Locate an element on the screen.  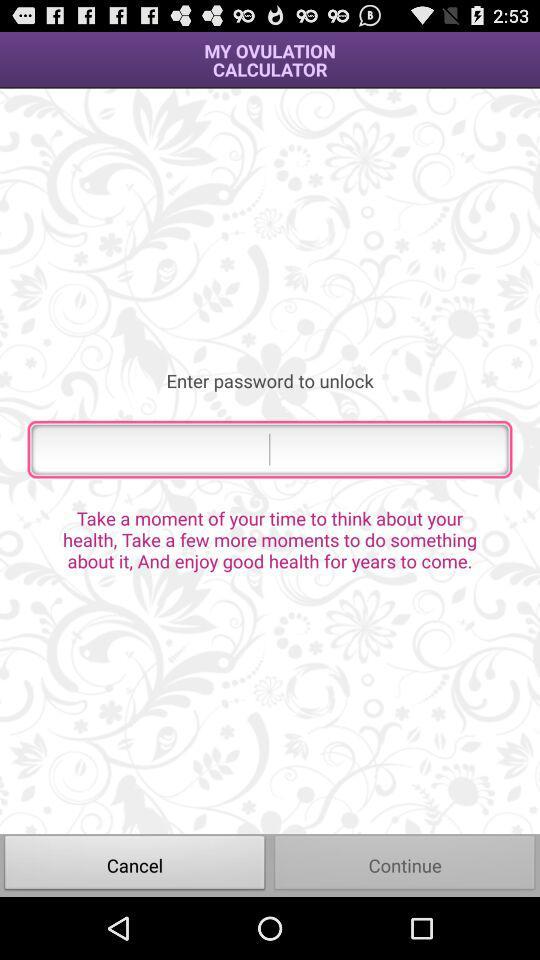
type in the password is located at coordinates (270, 449).